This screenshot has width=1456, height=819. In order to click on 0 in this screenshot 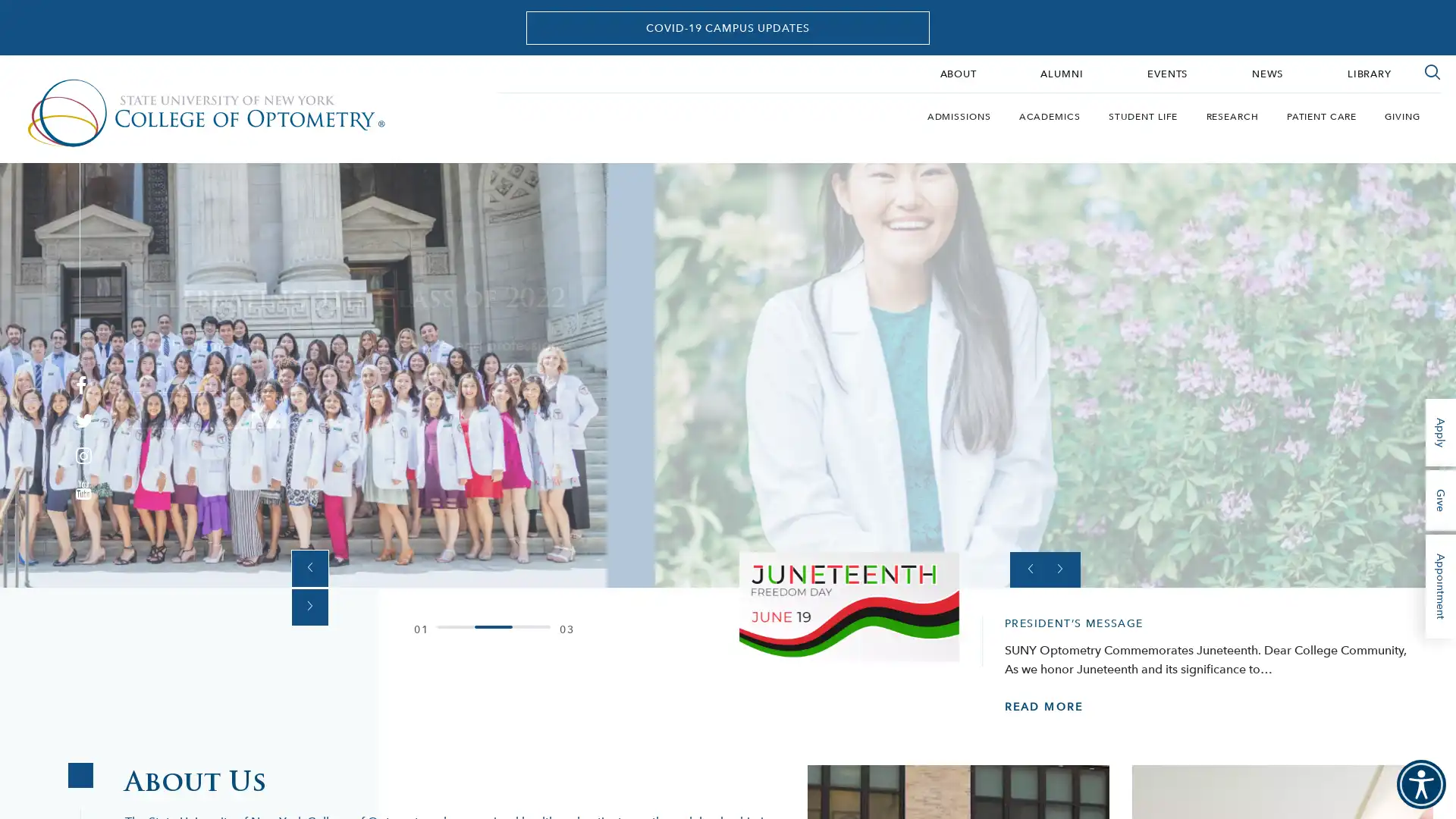, I will do `click(531, 626)`.